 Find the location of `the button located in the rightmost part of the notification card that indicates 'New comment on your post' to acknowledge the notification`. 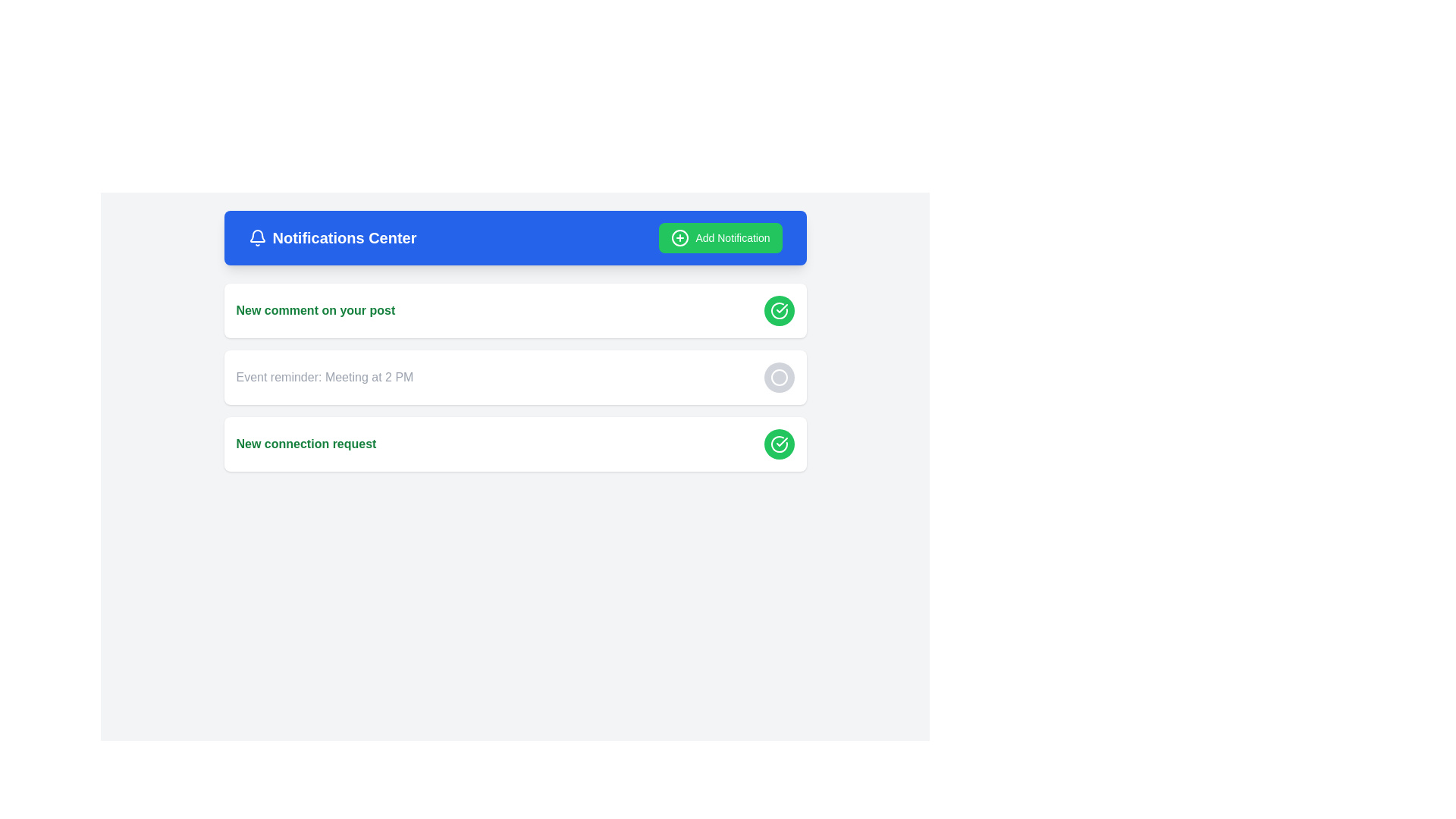

the button located in the rightmost part of the notification card that indicates 'New comment on your post' to acknowledge the notification is located at coordinates (779, 309).